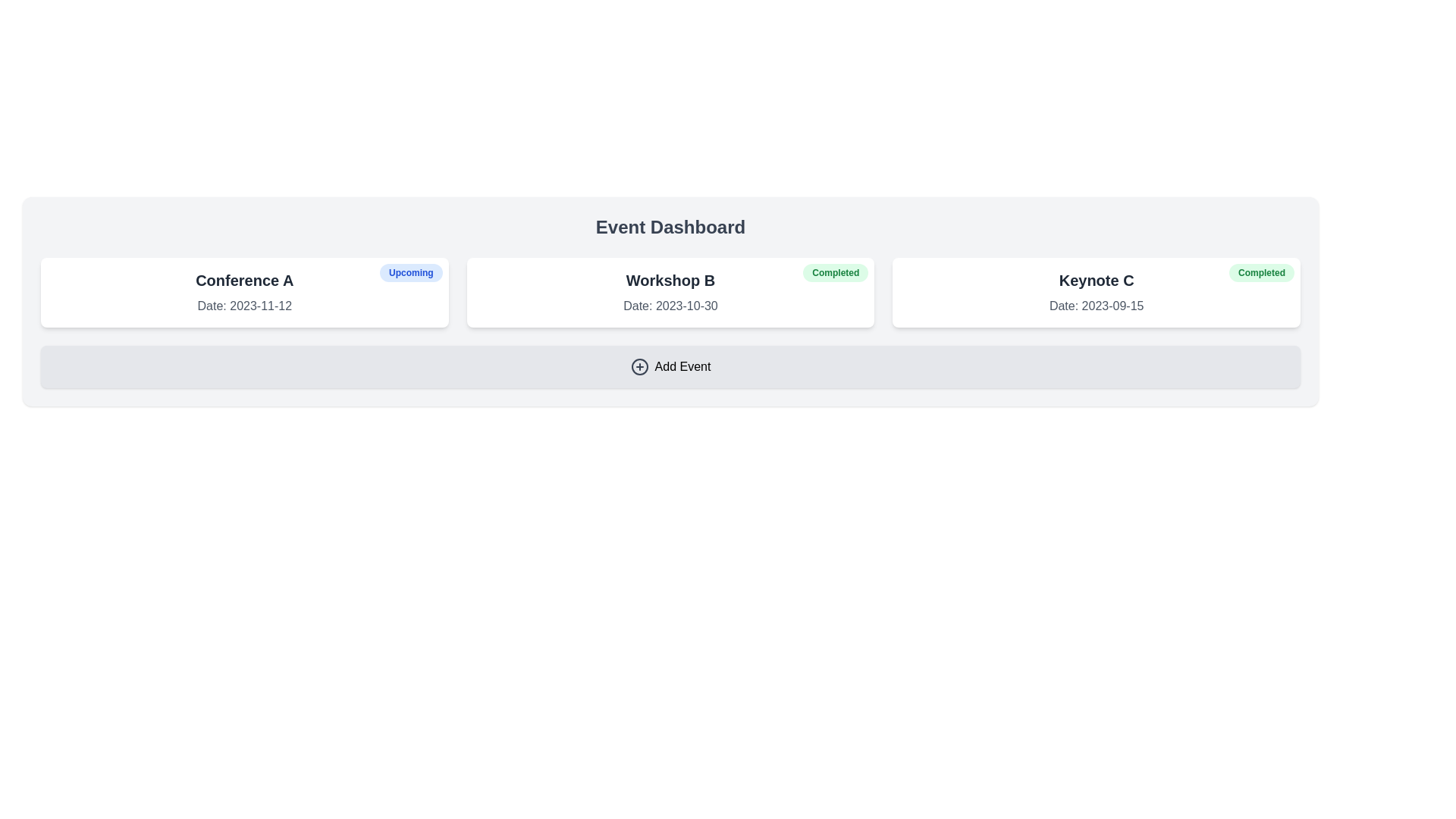  What do you see at coordinates (670, 366) in the screenshot?
I see `the button at the bottom of the 'Event Dashboard'` at bounding box center [670, 366].